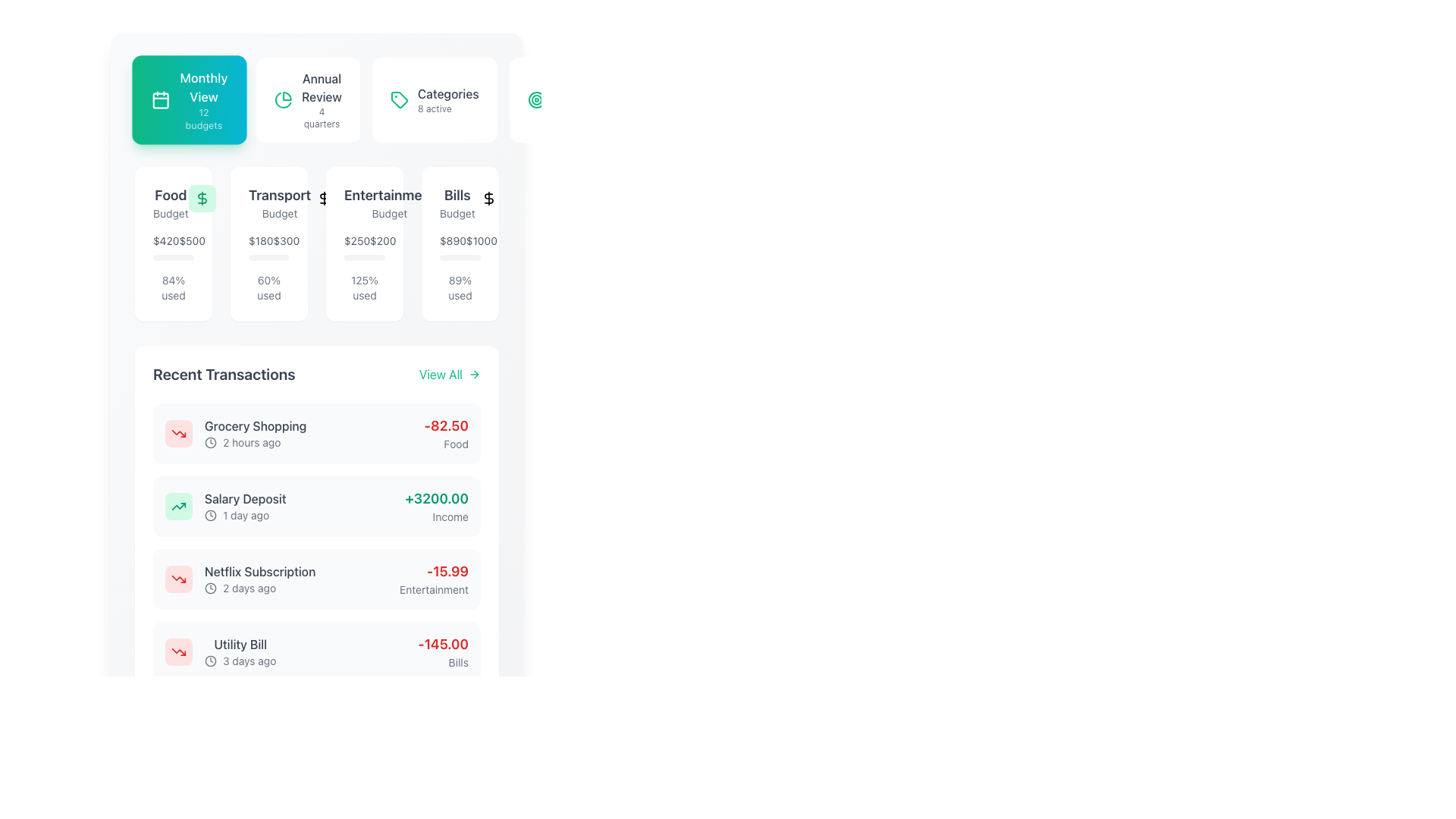 This screenshot has height=819, width=1456. Describe the element at coordinates (315, 651) in the screenshot. I see `the fourth transaction entry in the 'Recent Transactions' section` at that location.